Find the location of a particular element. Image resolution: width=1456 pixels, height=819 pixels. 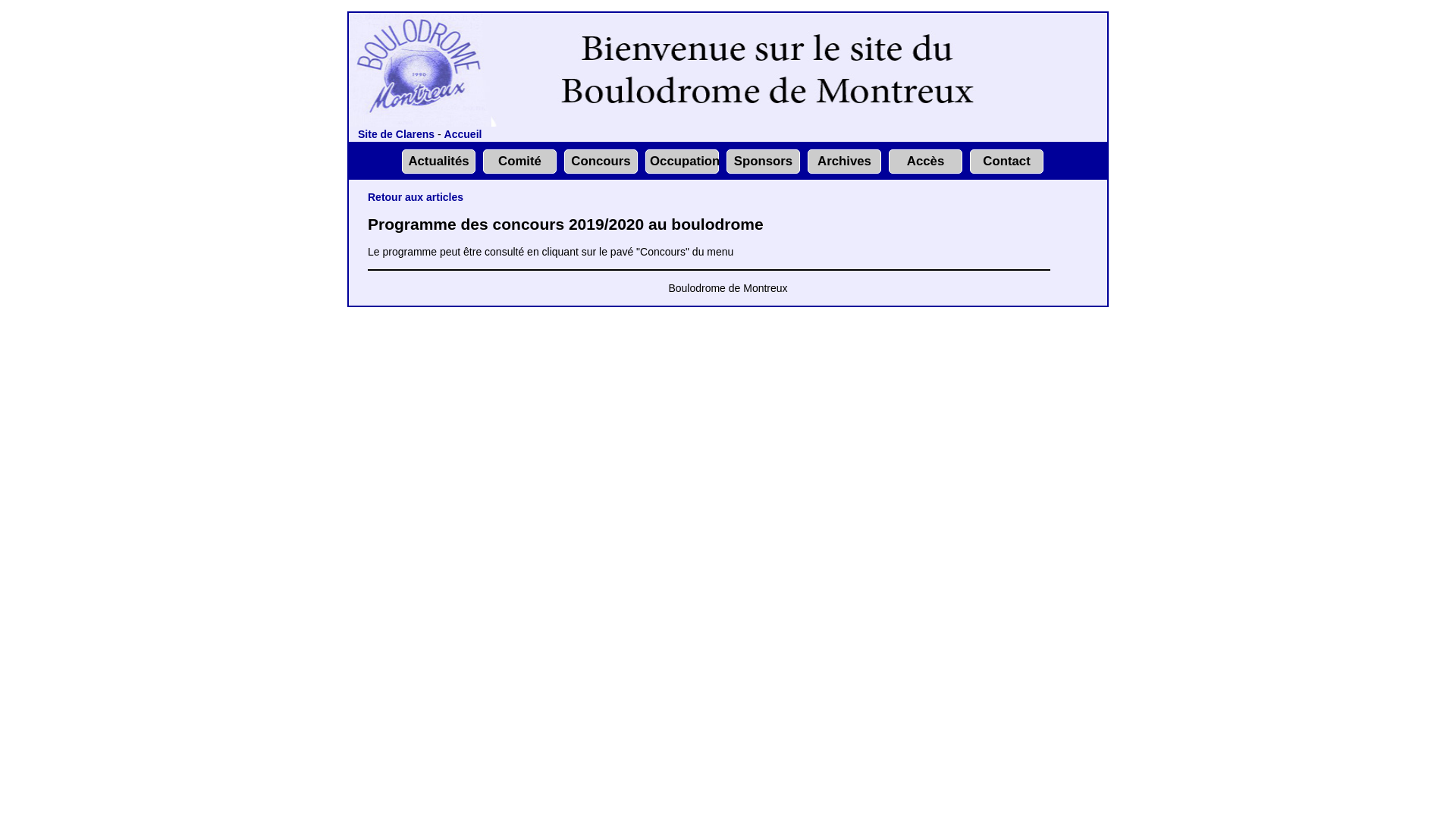

'Concours' is located at coordinates (600, 161).